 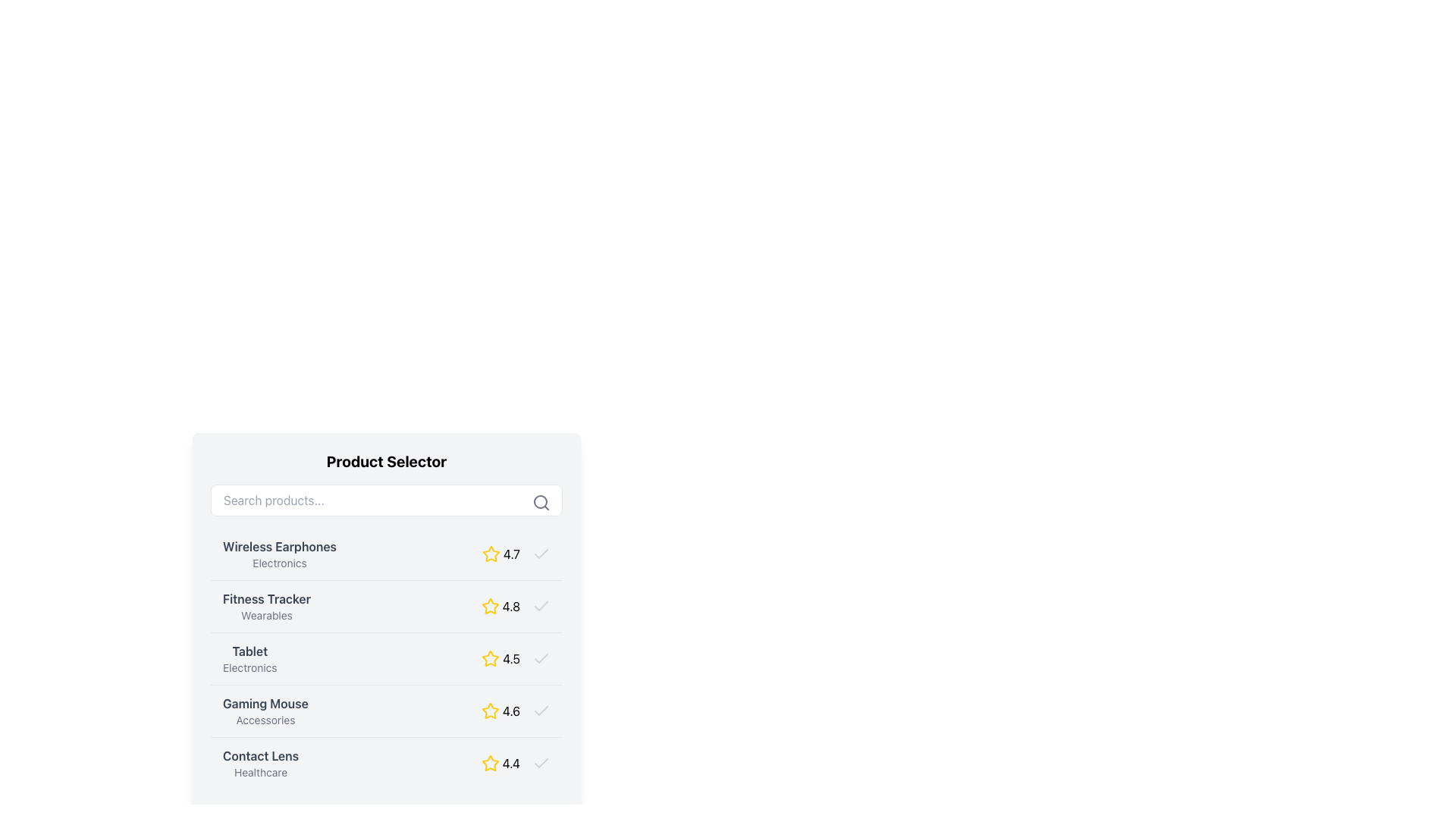 What do you see at coordinates (249, 651) in the screenshot?
I see `the Static Text Label displaying 'Tablet' which is the third item in the vertical list of products, aligned to the left and above the text 'Electronics'` at bounding box center [249, 651].